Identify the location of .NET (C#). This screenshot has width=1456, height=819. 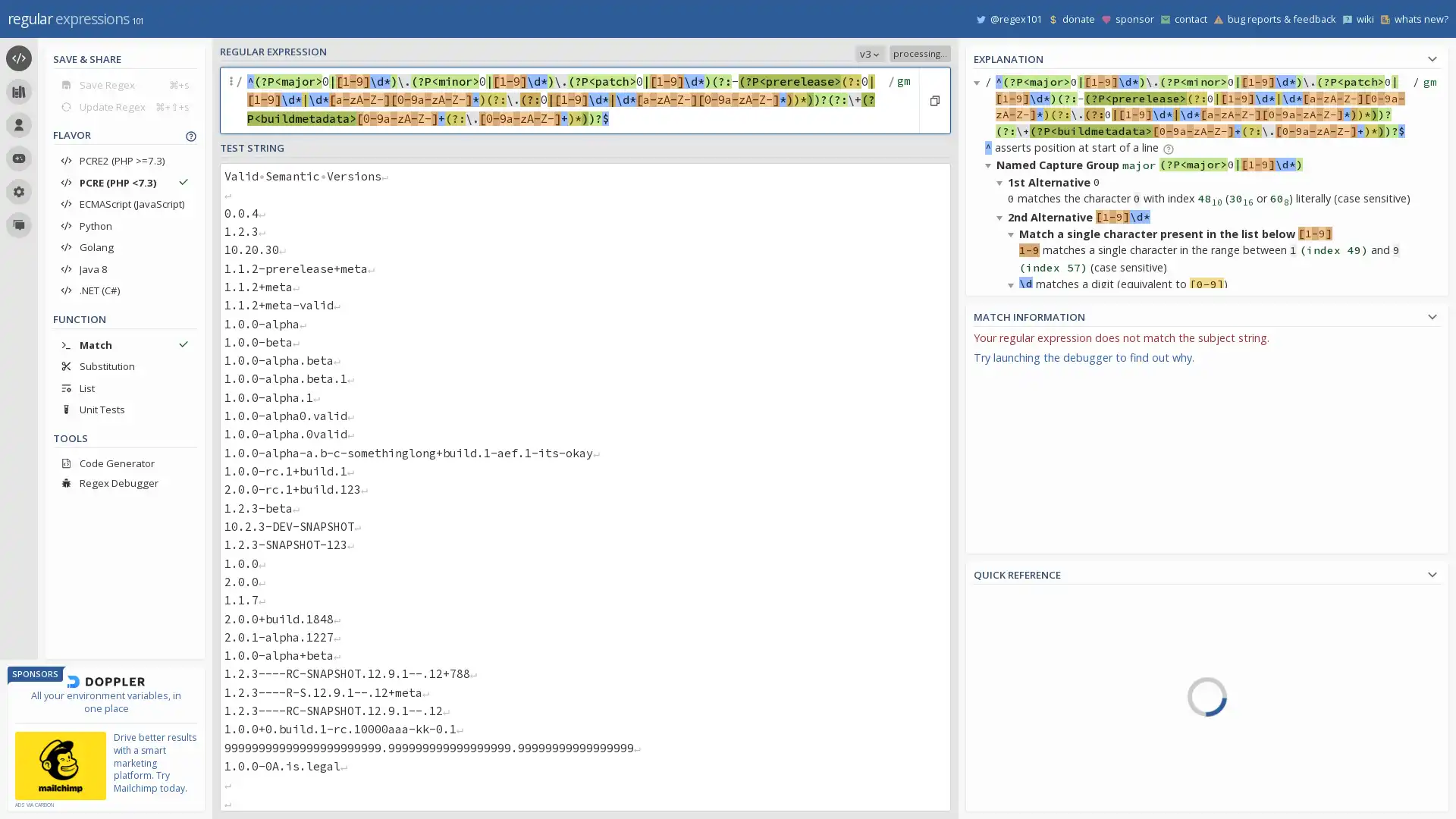
(124, 290).